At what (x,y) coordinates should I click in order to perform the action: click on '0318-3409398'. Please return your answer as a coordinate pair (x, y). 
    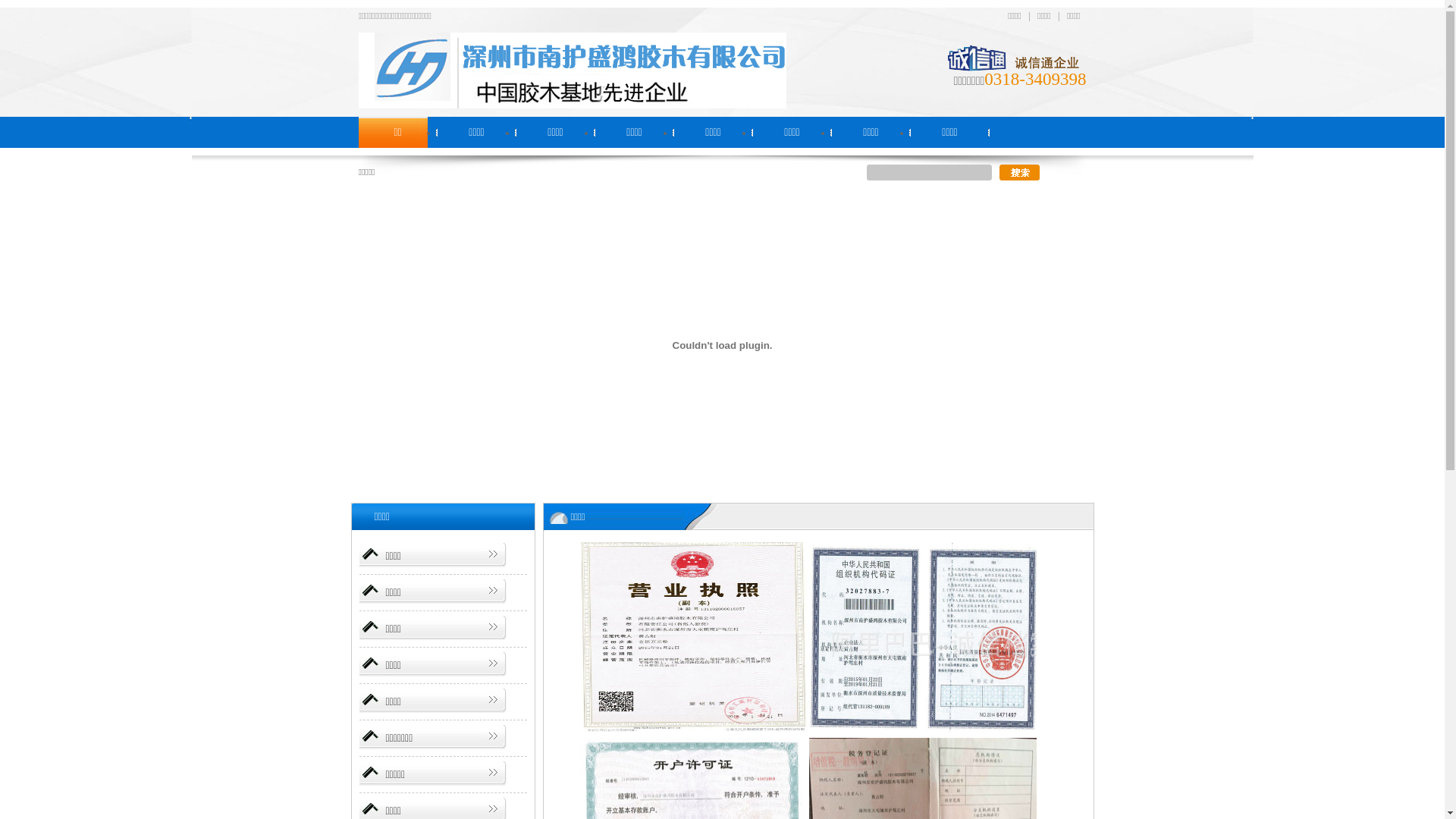
    Looking at the image, I should click on (1034, 79).